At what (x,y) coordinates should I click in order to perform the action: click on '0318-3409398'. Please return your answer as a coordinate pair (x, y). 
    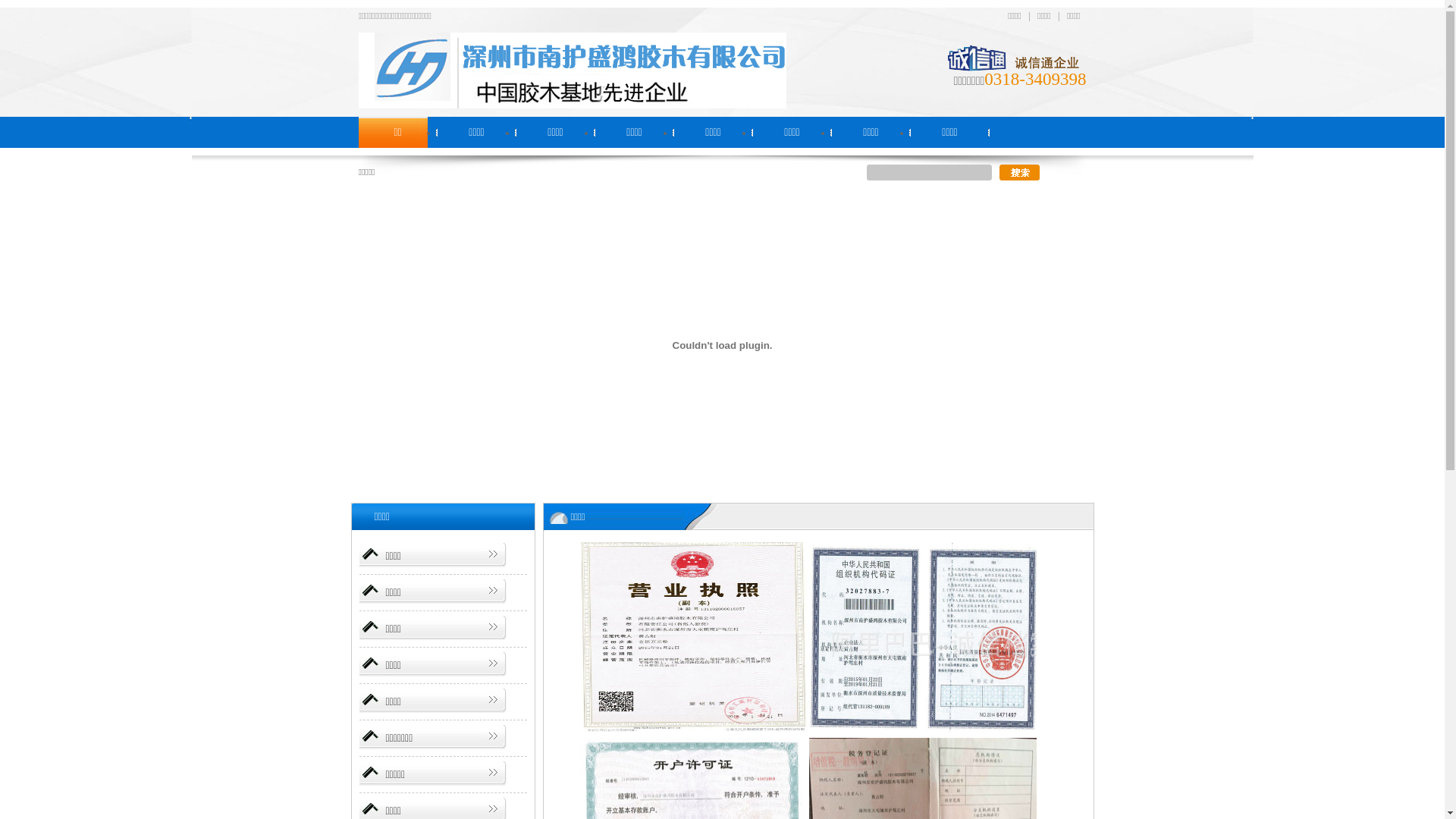
    Looking at the image, I should click on (1034, 79).